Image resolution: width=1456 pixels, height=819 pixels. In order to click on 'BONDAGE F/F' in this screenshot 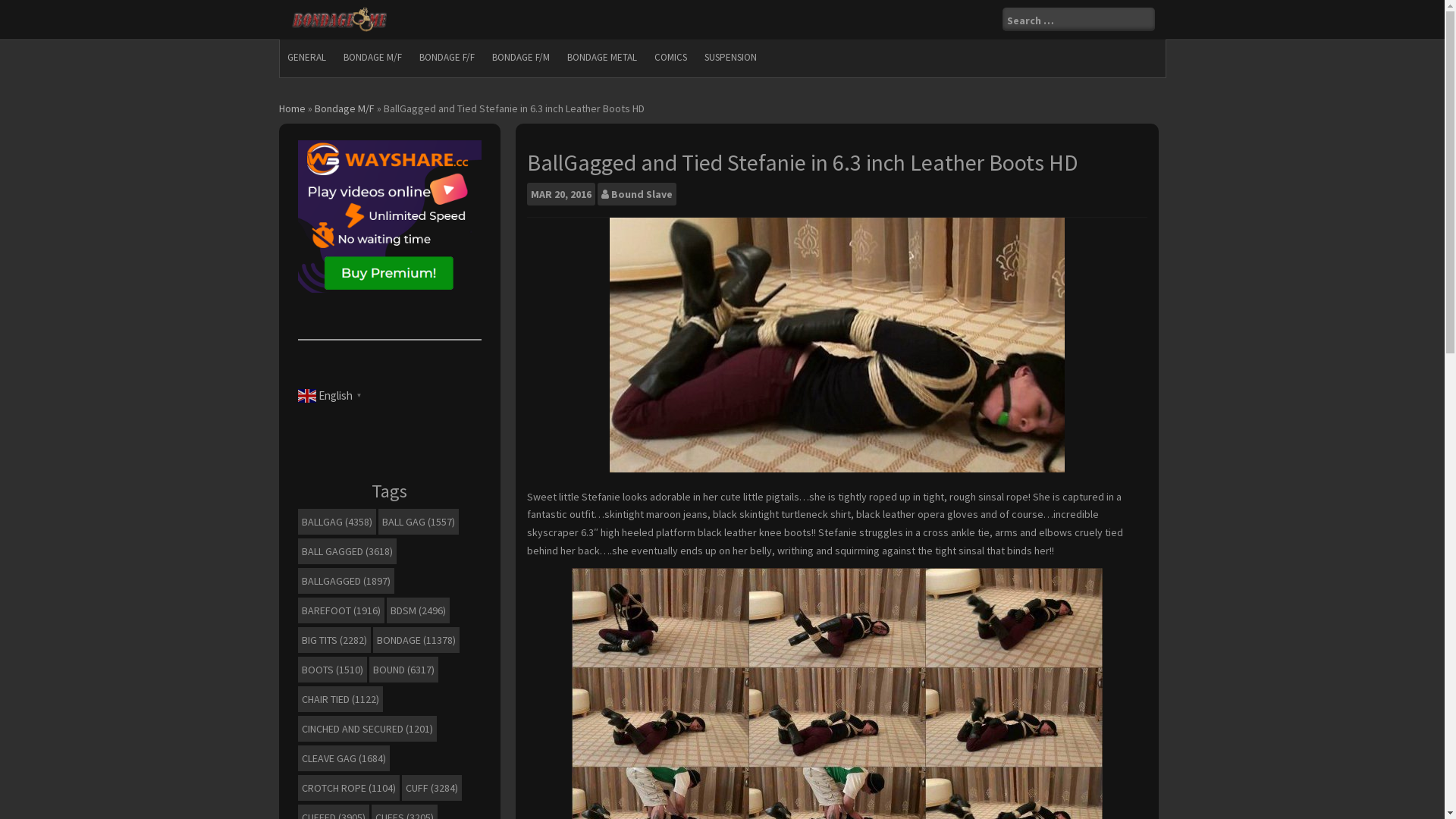, I will do `click(411, 57)`.